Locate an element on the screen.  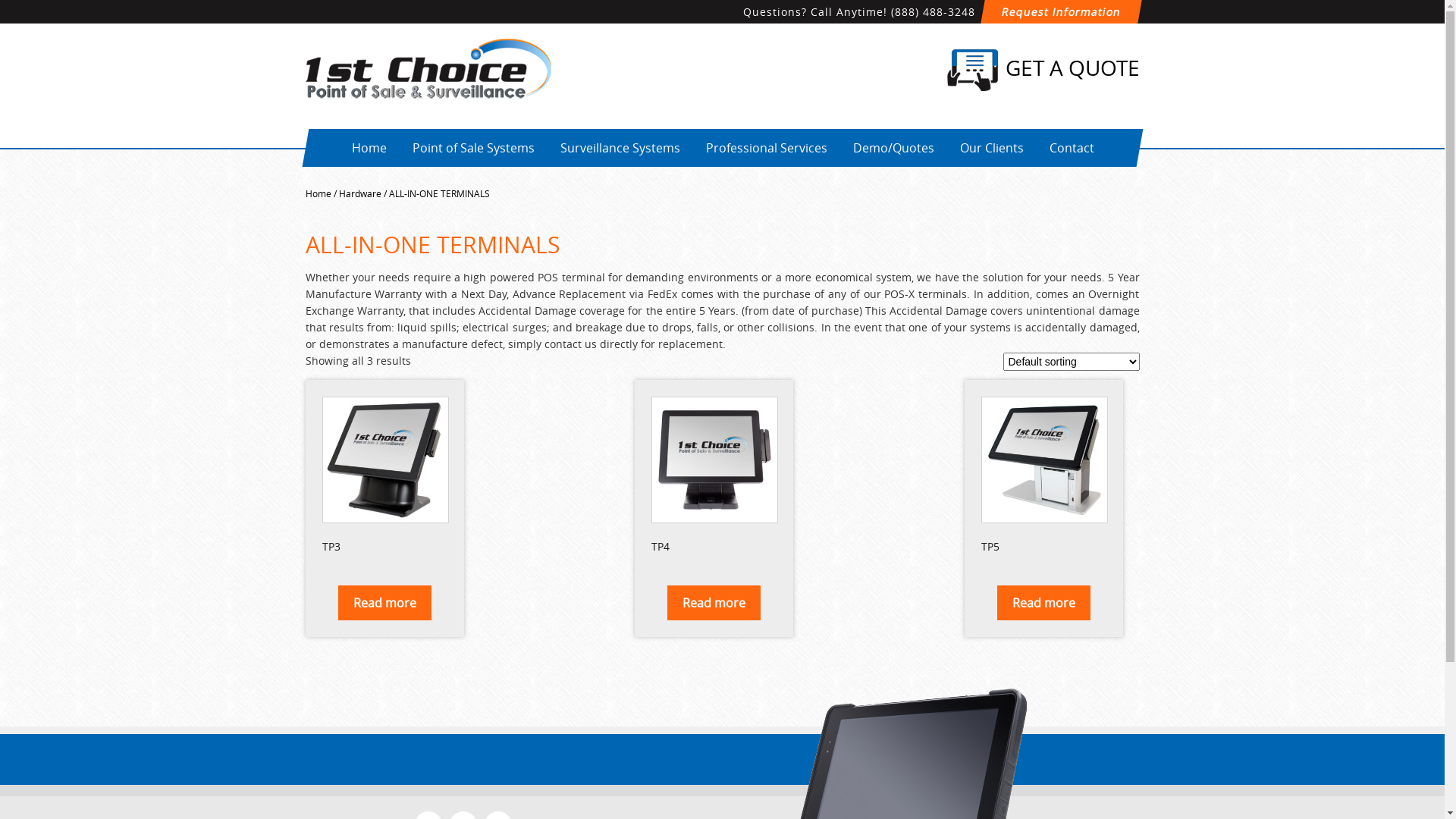
'Our Clients' is located at coordinates (946, 148).